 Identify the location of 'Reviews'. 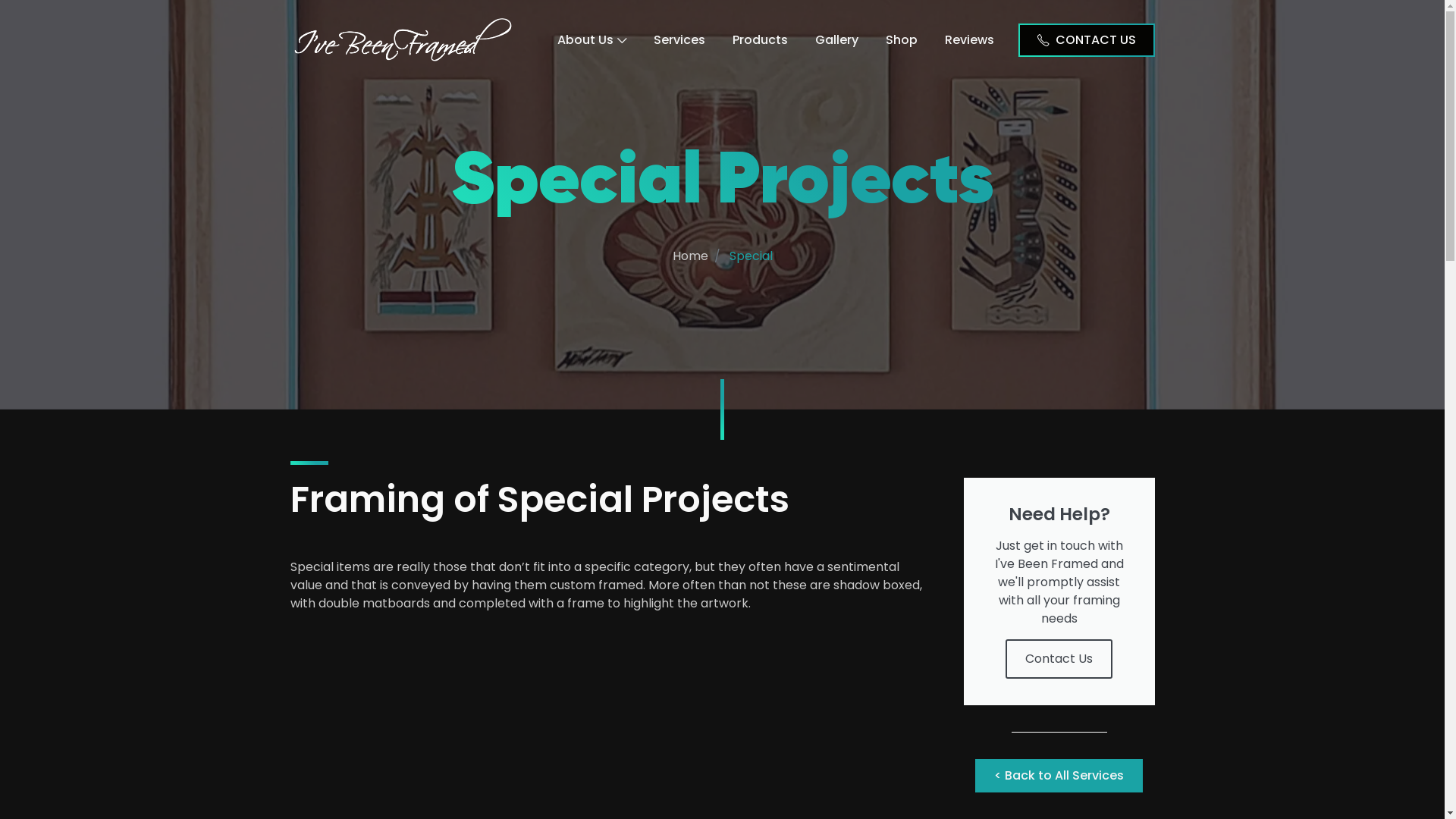
(931, 38).